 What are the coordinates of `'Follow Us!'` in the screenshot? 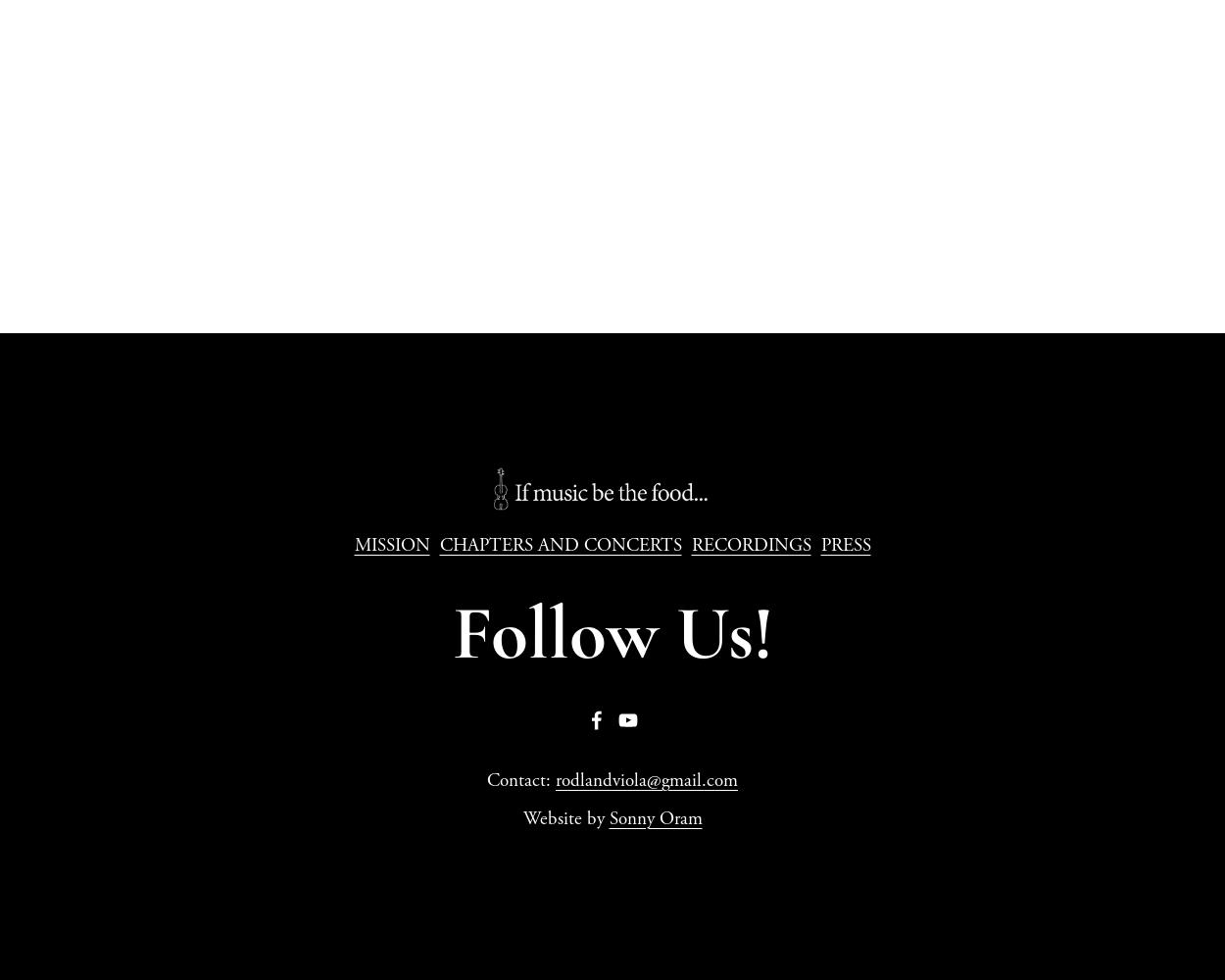 It's located at (611, 632).